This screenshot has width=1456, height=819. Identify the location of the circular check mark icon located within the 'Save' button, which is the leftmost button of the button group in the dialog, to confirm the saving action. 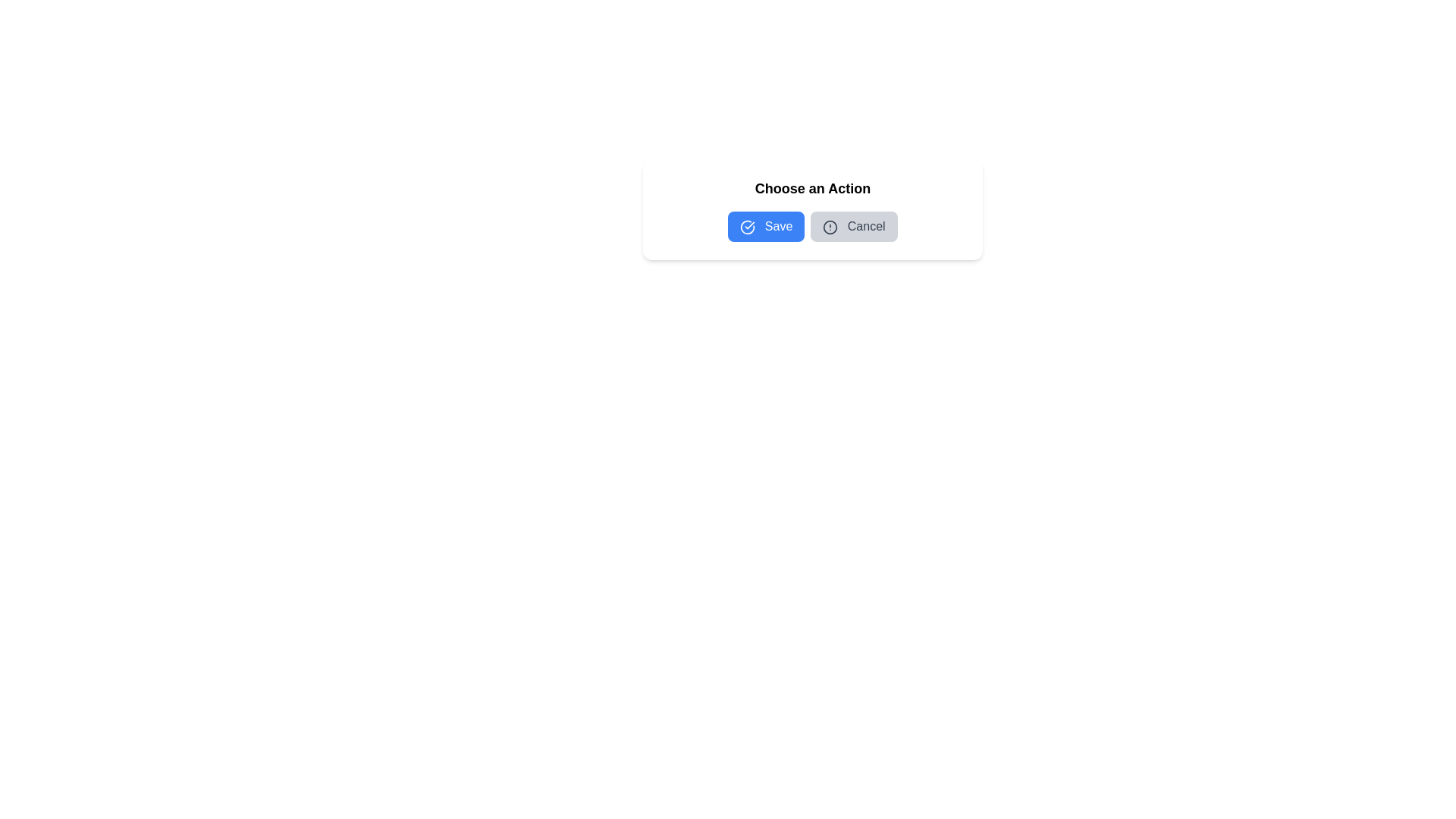
(748, 227).